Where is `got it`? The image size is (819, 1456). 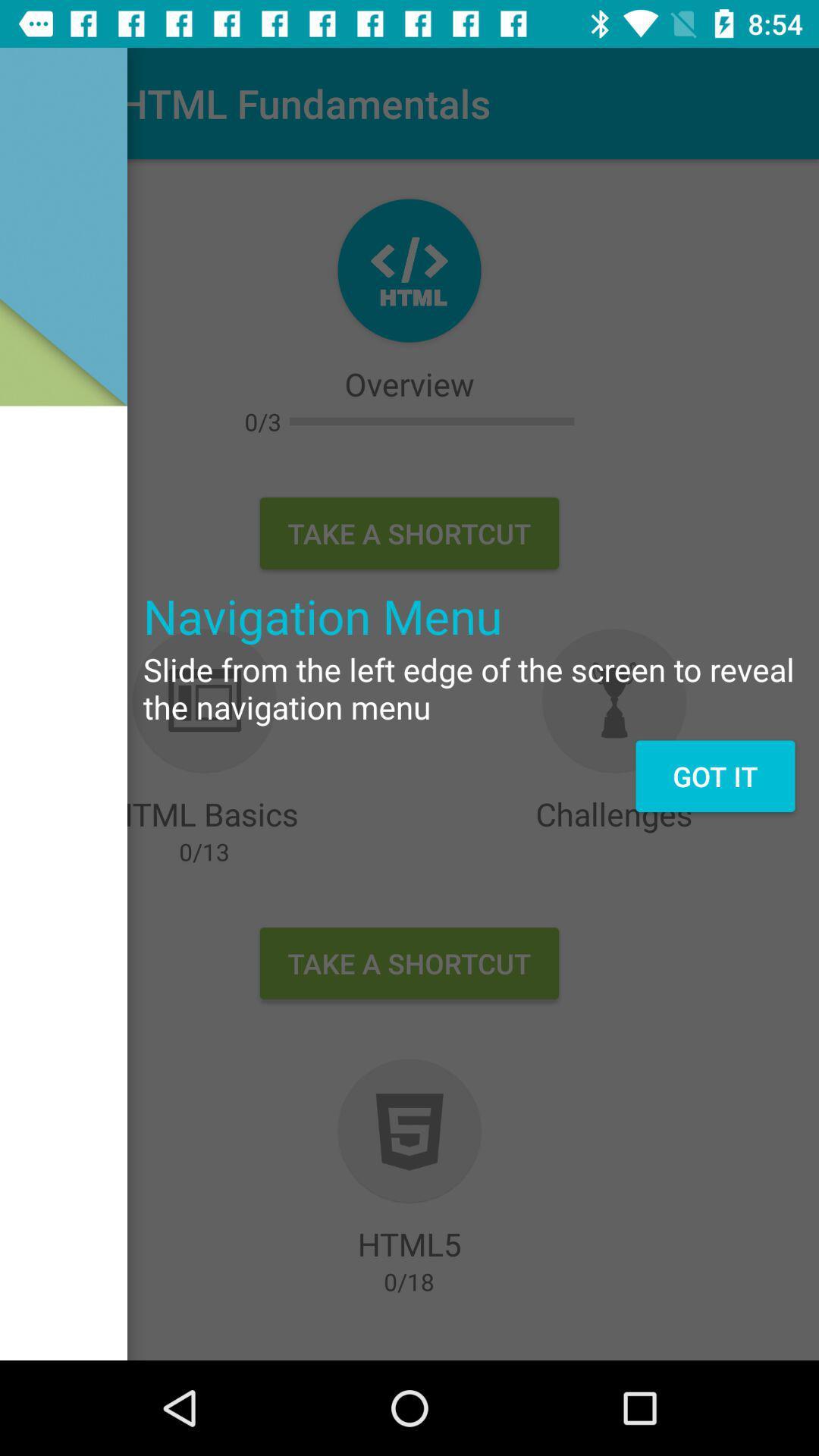
got it is located at coordinates (715, 776).